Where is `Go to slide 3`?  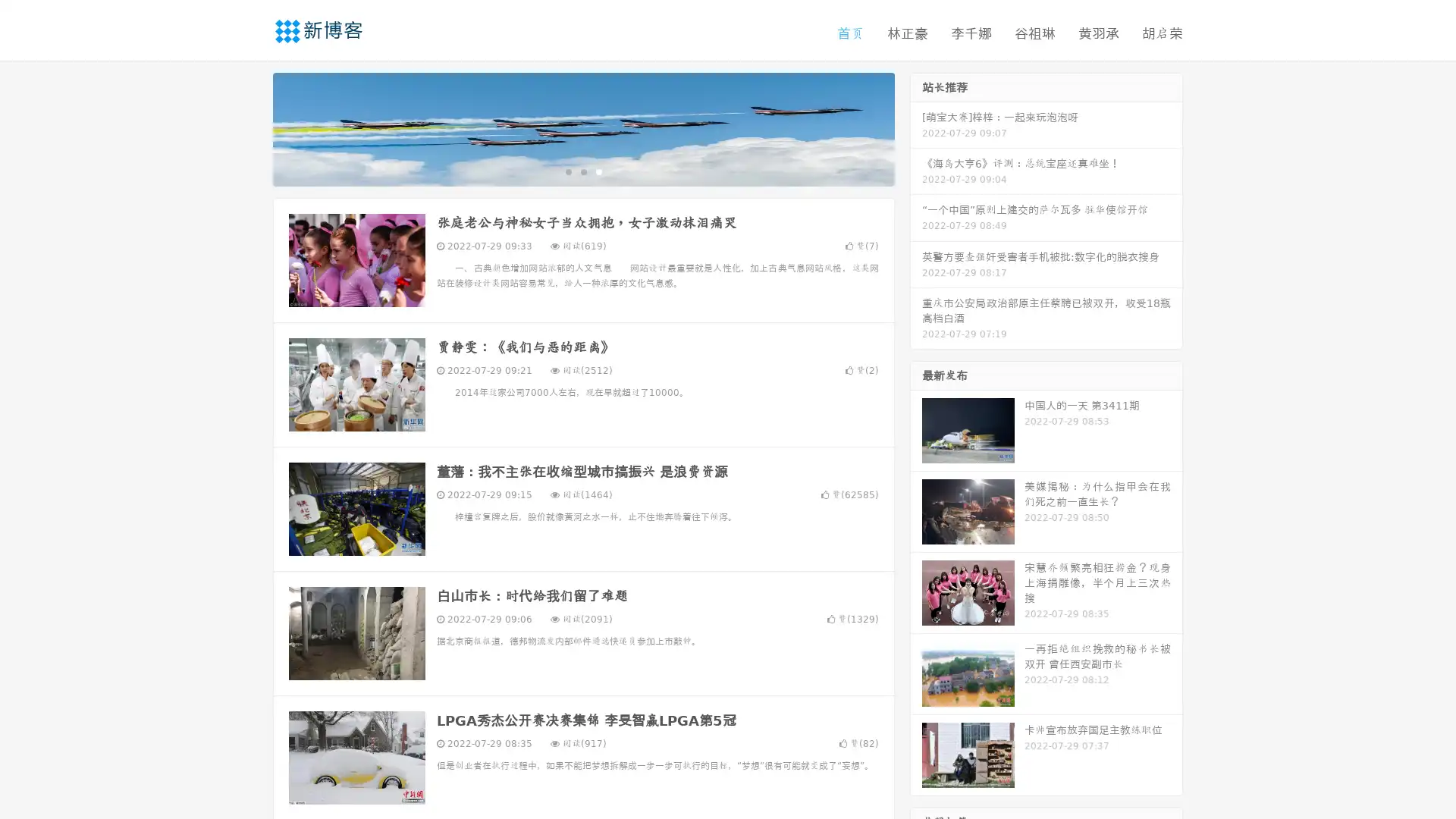 Go to slide 3 is located at coordinates (598, 171).